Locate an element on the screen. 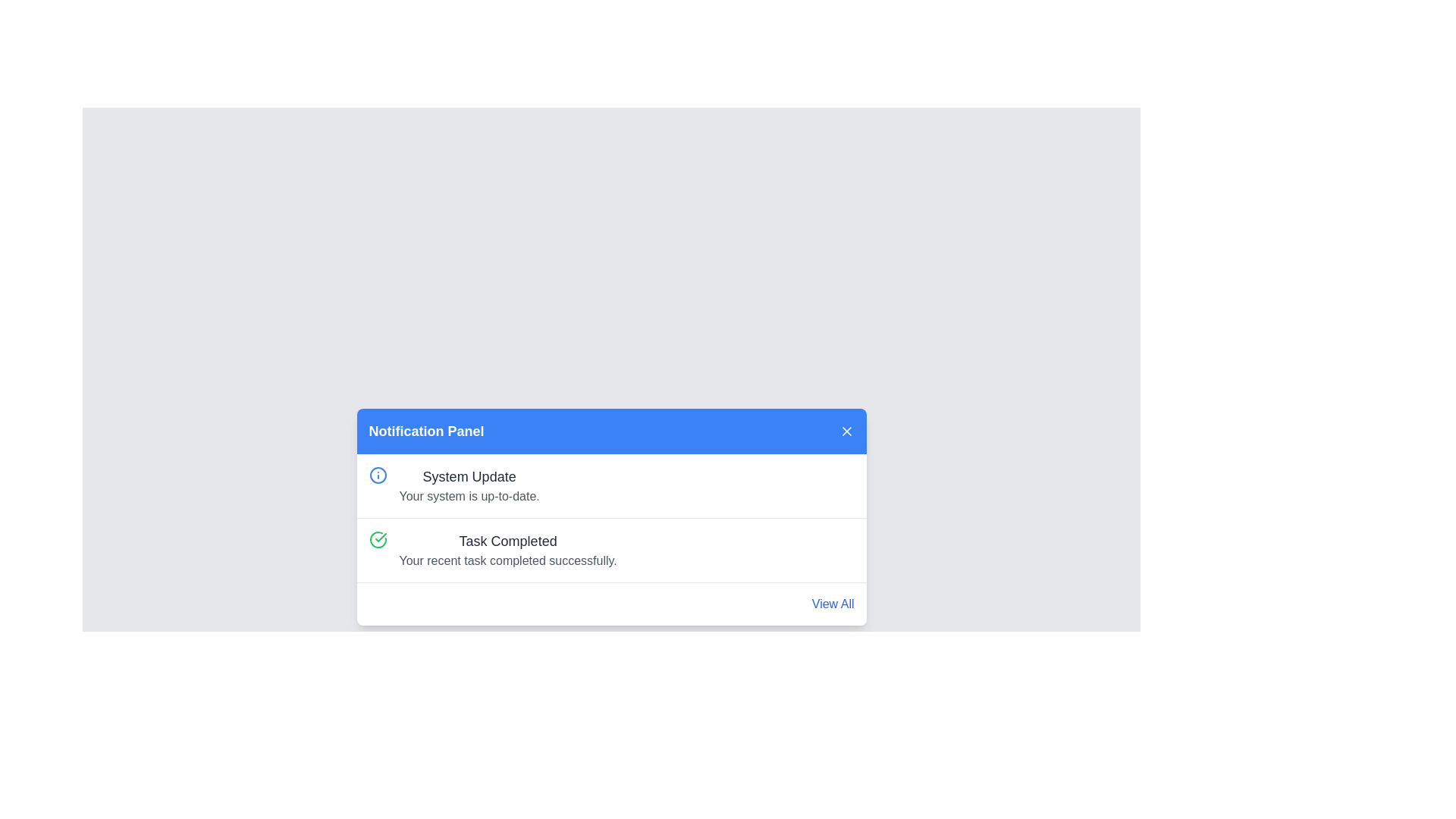 This screenshot has width=1456, height=819. the success message text label indicating task completion, located in the lower section of the notification card is located at coordinates (508, 540).